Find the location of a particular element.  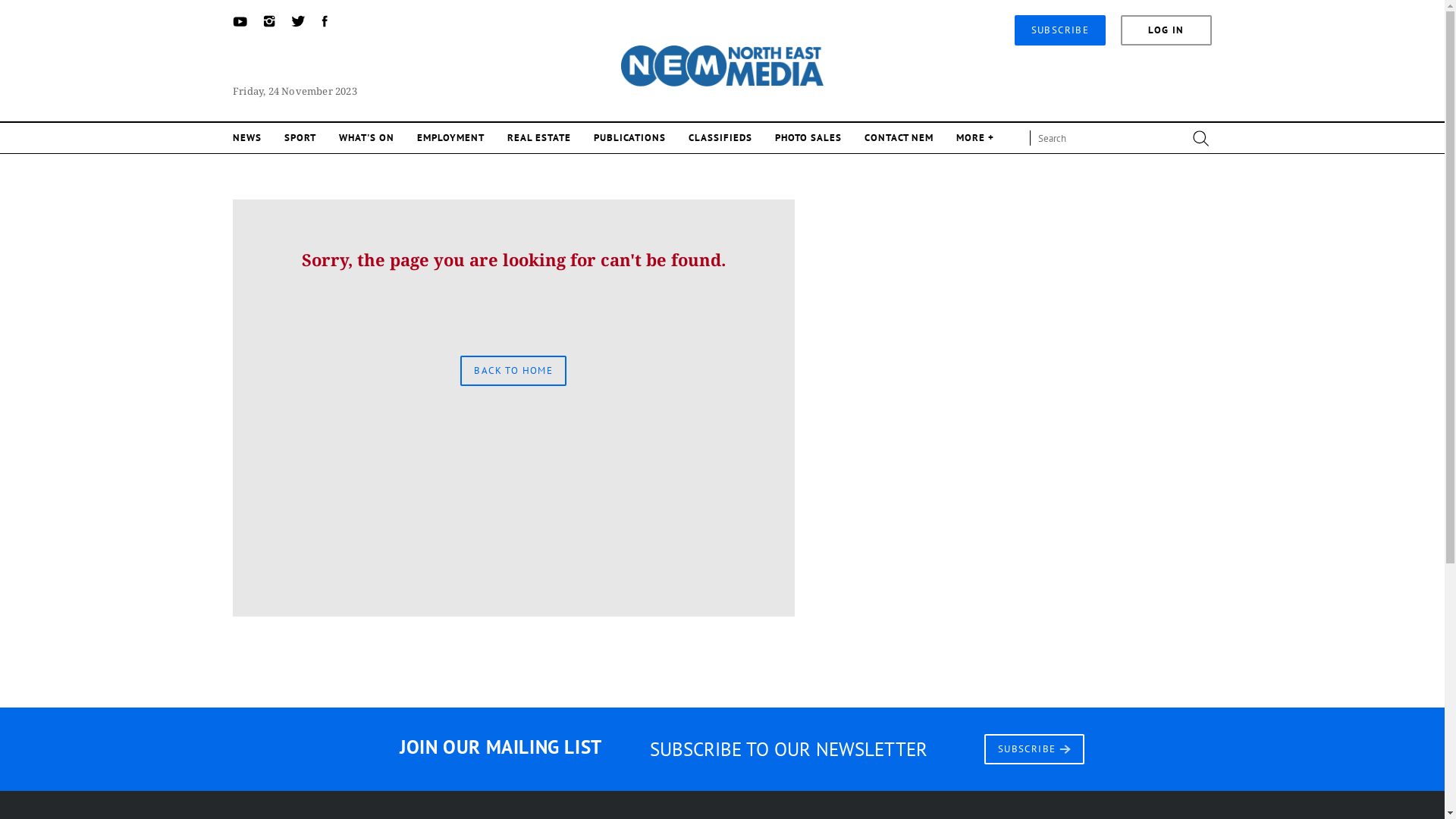

'SPORT' is located at coordinates (300, 137).